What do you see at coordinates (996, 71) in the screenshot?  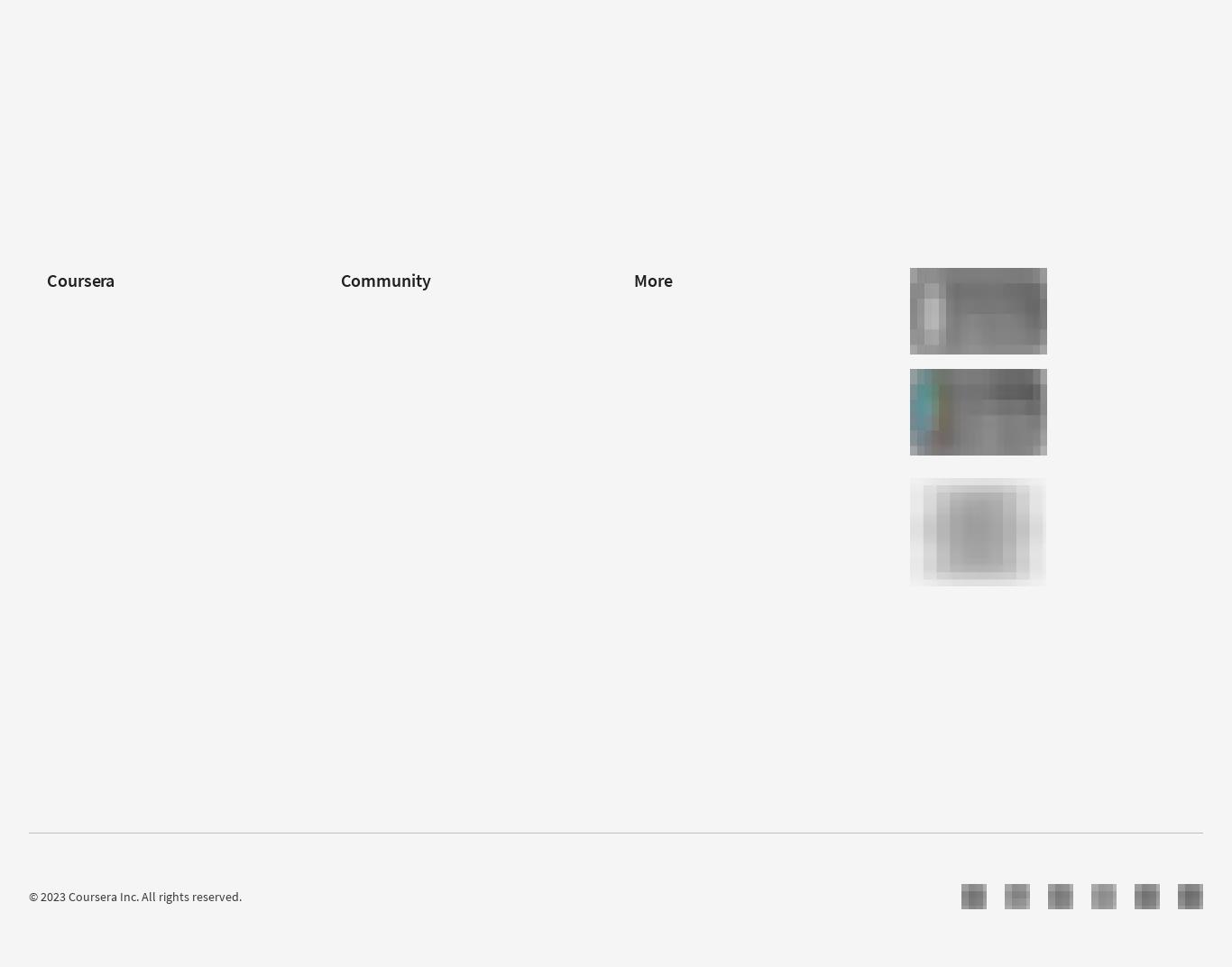 I see `'Popular SQL Certifications'` at bounding box center [996, 71].